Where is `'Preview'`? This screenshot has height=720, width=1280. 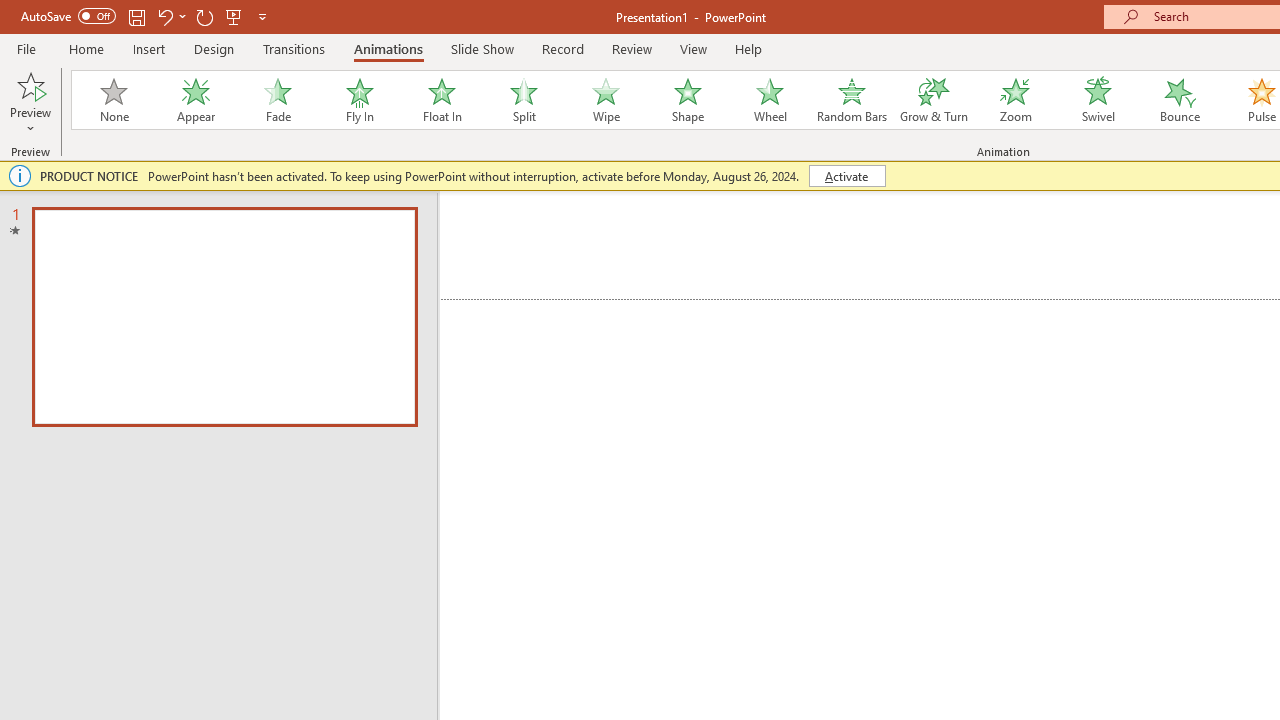
'Preview' is located at coordinates (30, 103).